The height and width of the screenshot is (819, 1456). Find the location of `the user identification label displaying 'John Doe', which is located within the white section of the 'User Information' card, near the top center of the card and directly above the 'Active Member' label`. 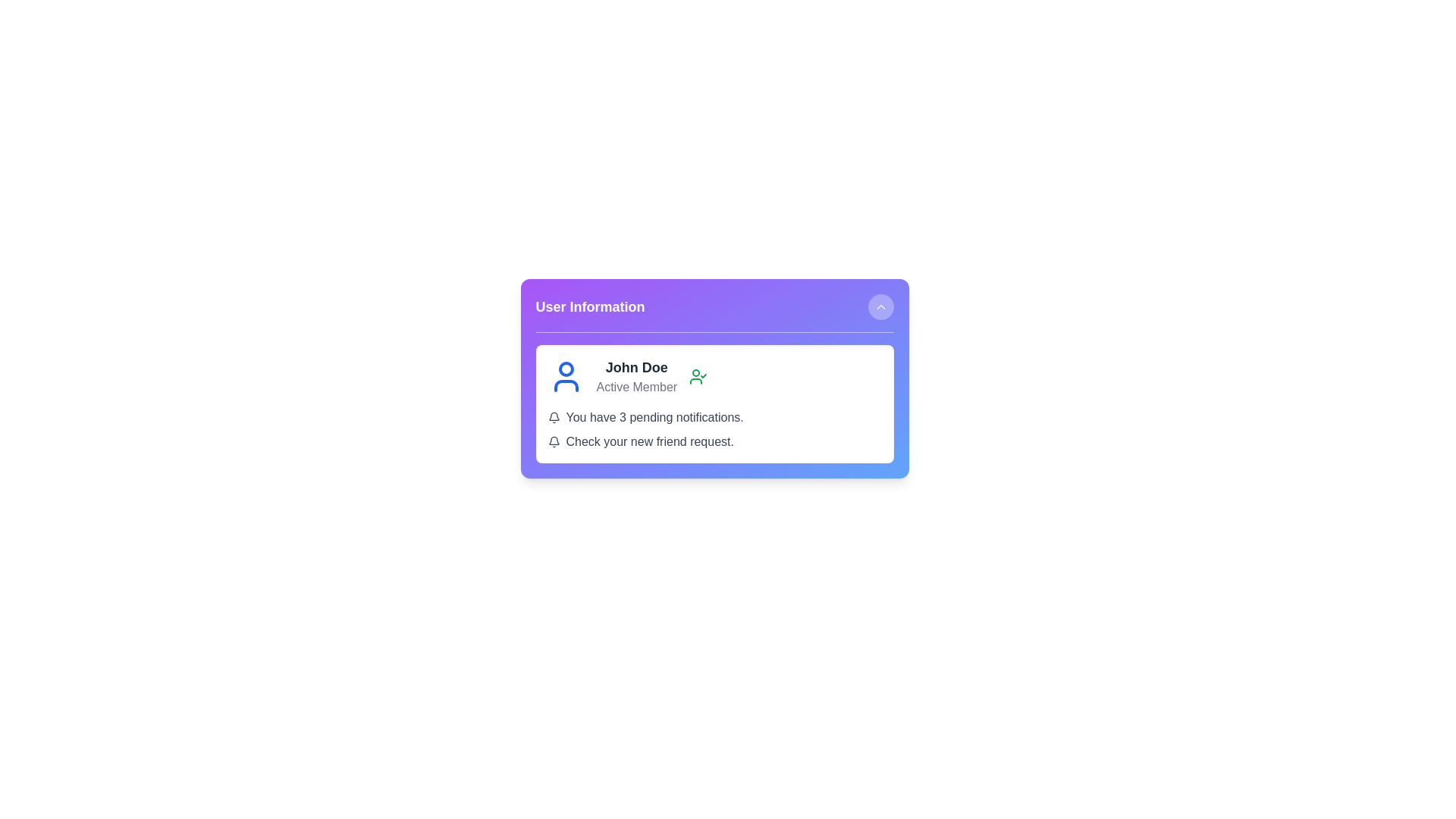

the user identification label displaying 'John Doe', which is located within the white section of the 'User Information' card, near the top center of the card and directly above the 'Active Member' label is located at coordinates (636, 368).